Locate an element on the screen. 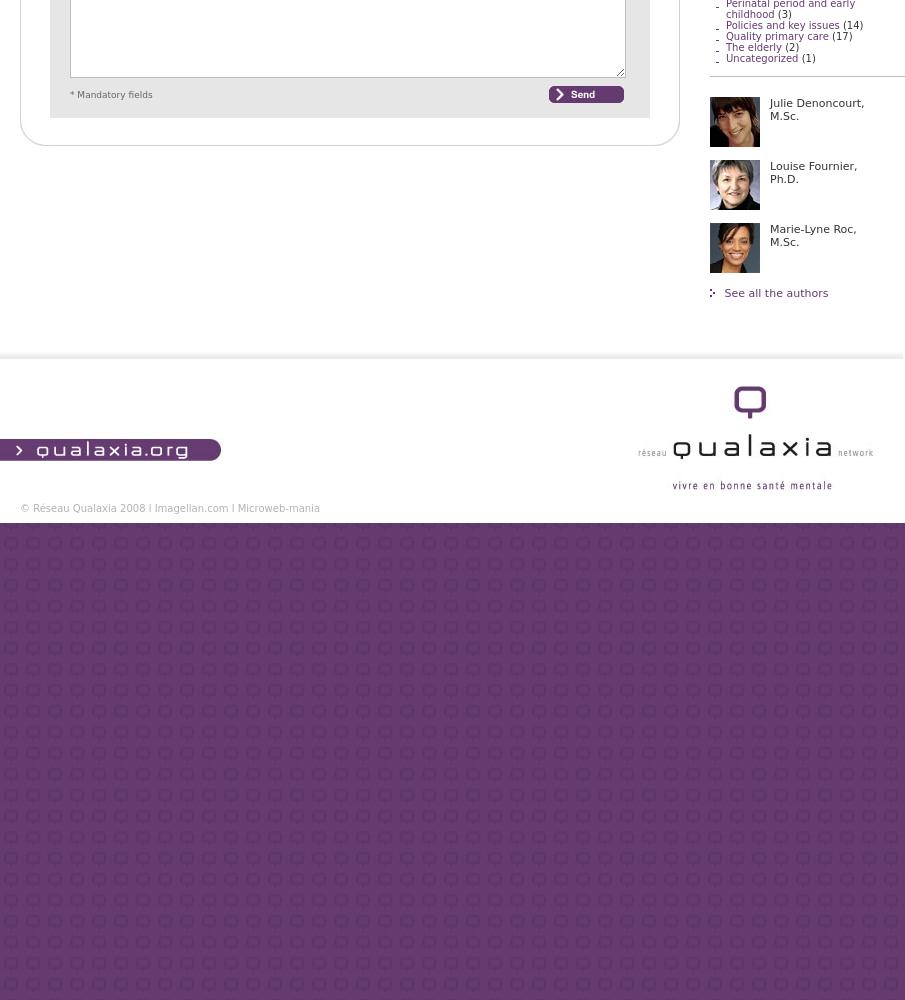  '(1)' is located at coordinates (798, 58).